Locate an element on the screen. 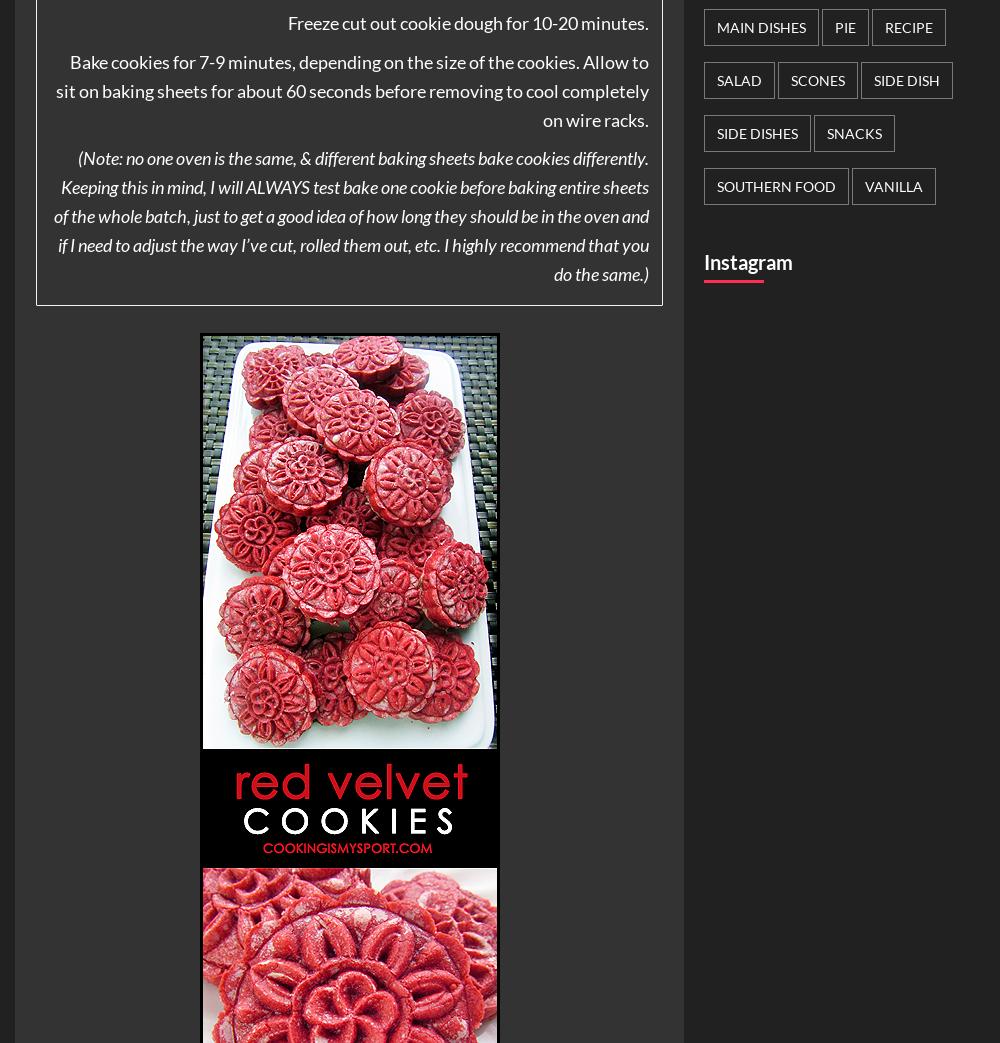  'Snacks' is located at coordinates (853, 132).